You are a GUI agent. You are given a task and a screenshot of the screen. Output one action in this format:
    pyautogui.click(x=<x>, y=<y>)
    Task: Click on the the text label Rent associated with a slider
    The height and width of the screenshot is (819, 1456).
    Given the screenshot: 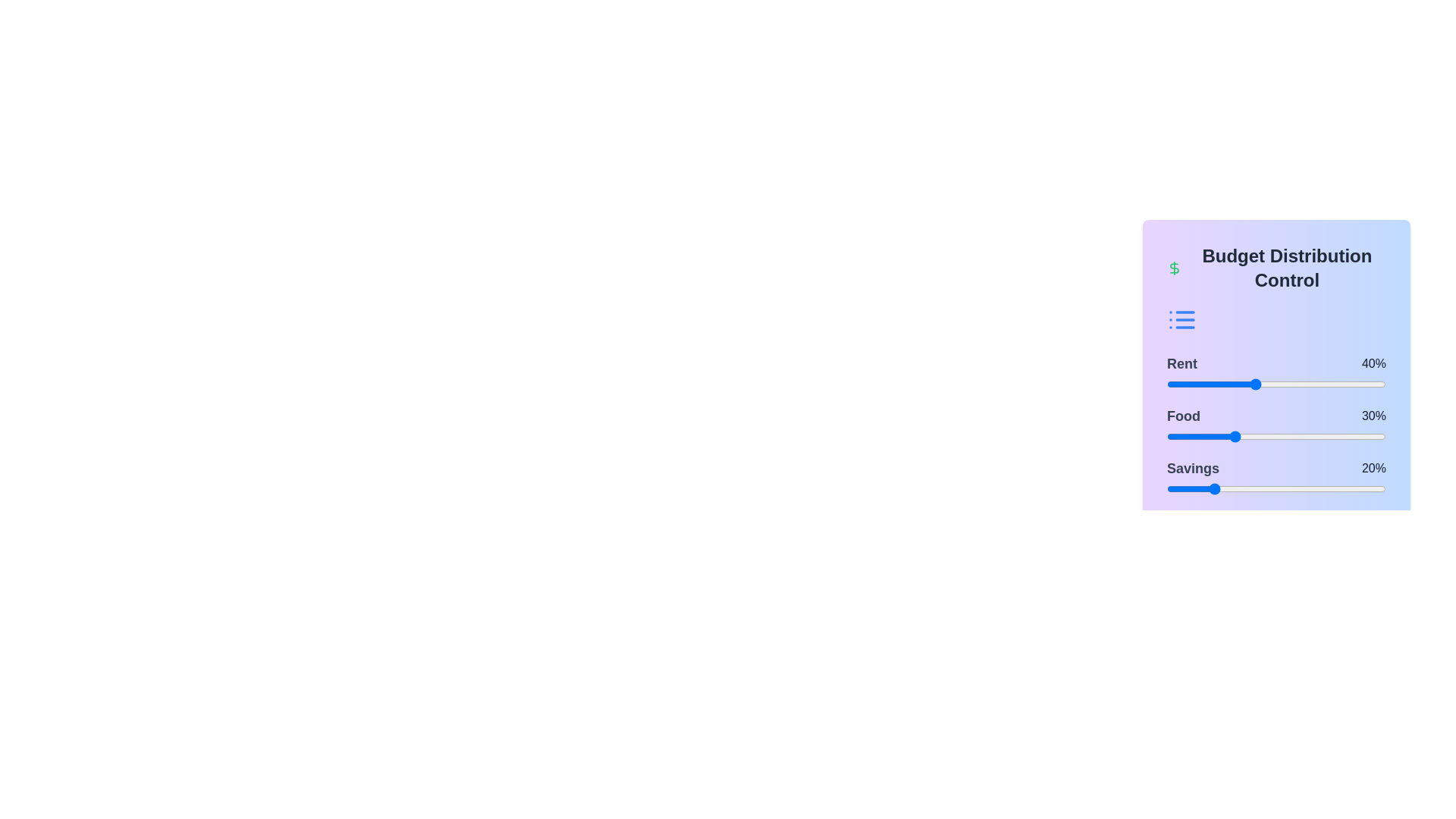 What is the action you would take?
    pyautogui.click(x=1181, y=363)
    